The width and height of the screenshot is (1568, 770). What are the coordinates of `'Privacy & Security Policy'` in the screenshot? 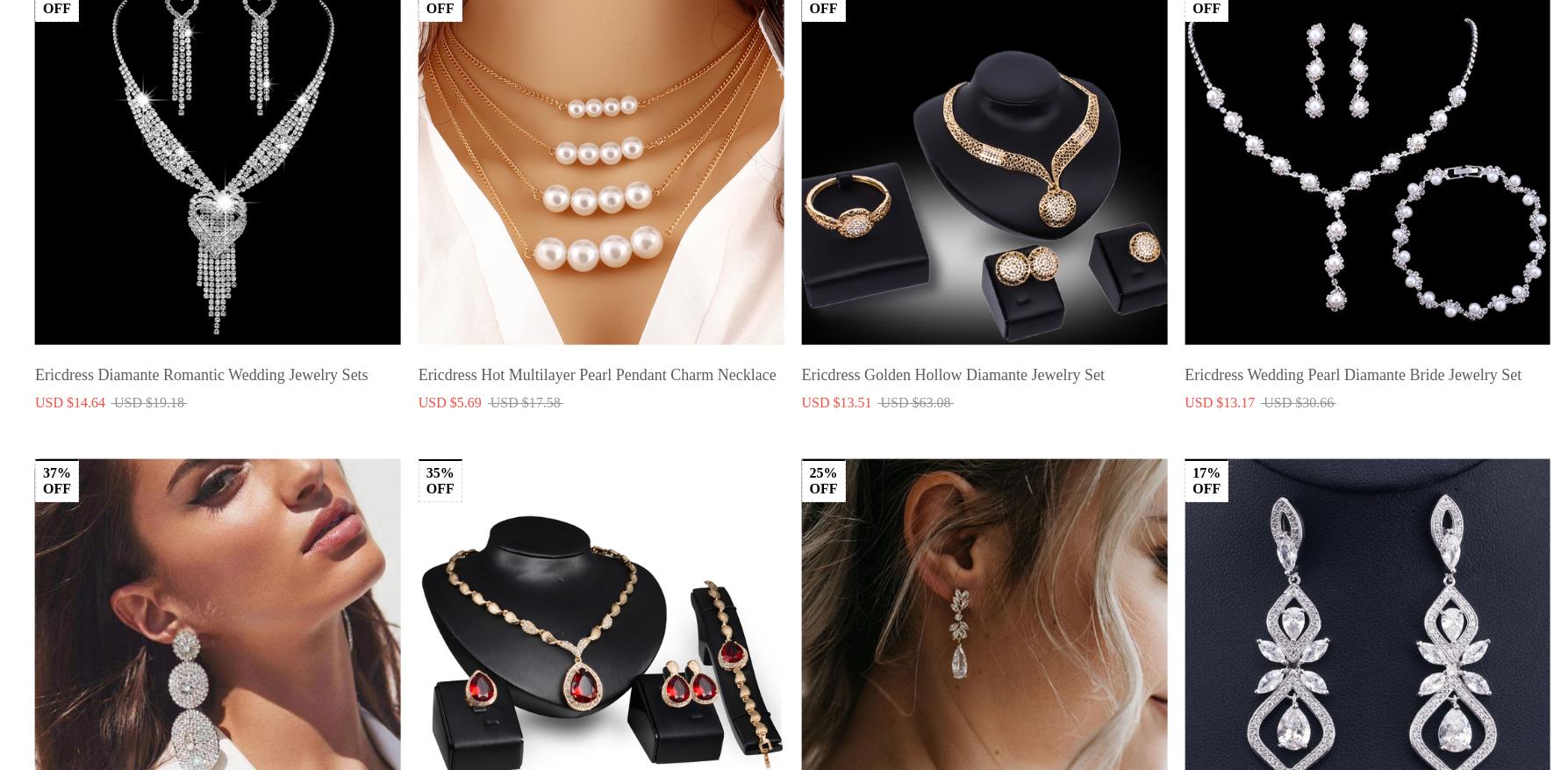 It's located at (691, 736).